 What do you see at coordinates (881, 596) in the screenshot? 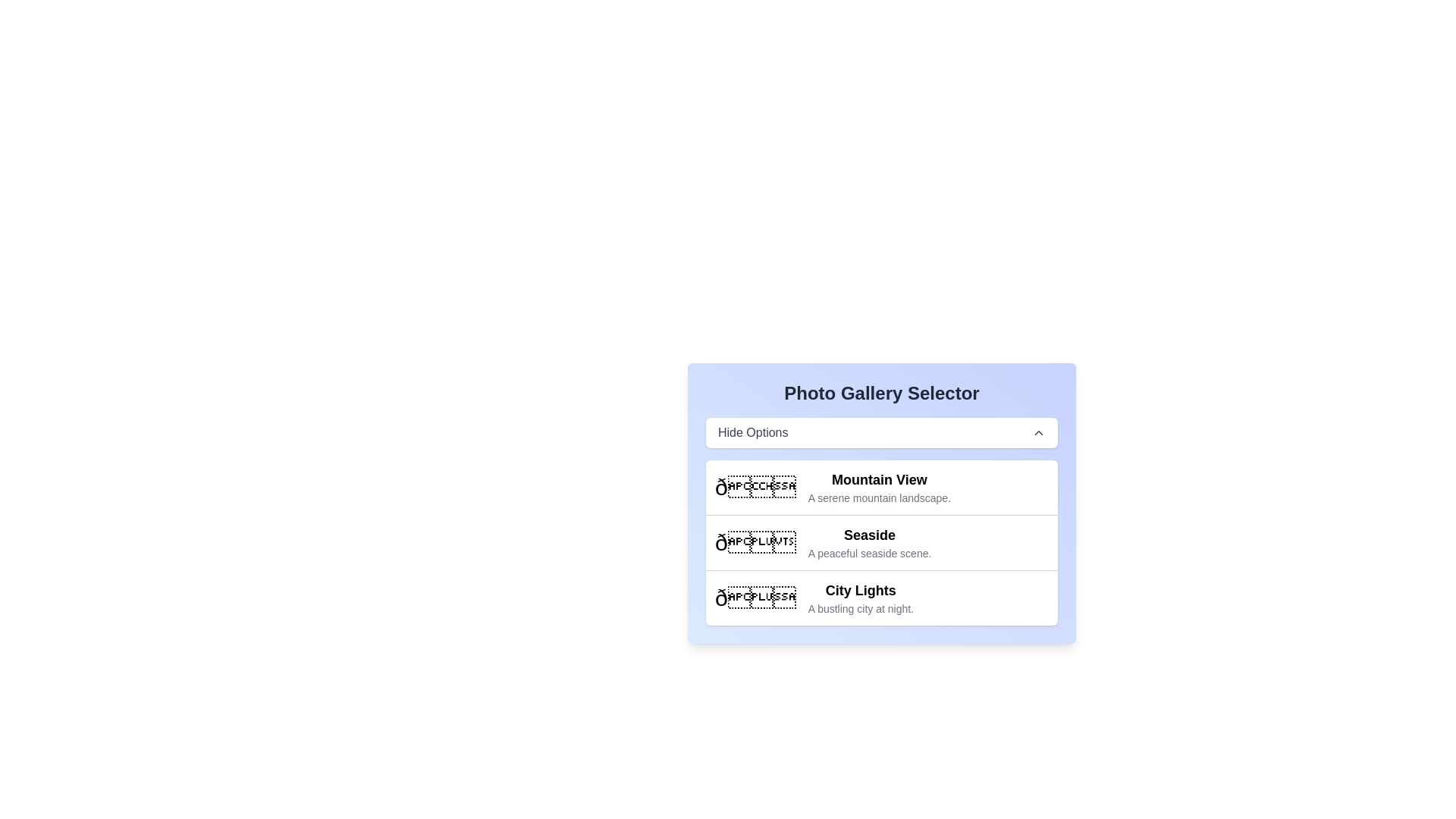
I see `the list item titled 'City Lights' that features an icon and a description below it` at bounding box center [881, 596].